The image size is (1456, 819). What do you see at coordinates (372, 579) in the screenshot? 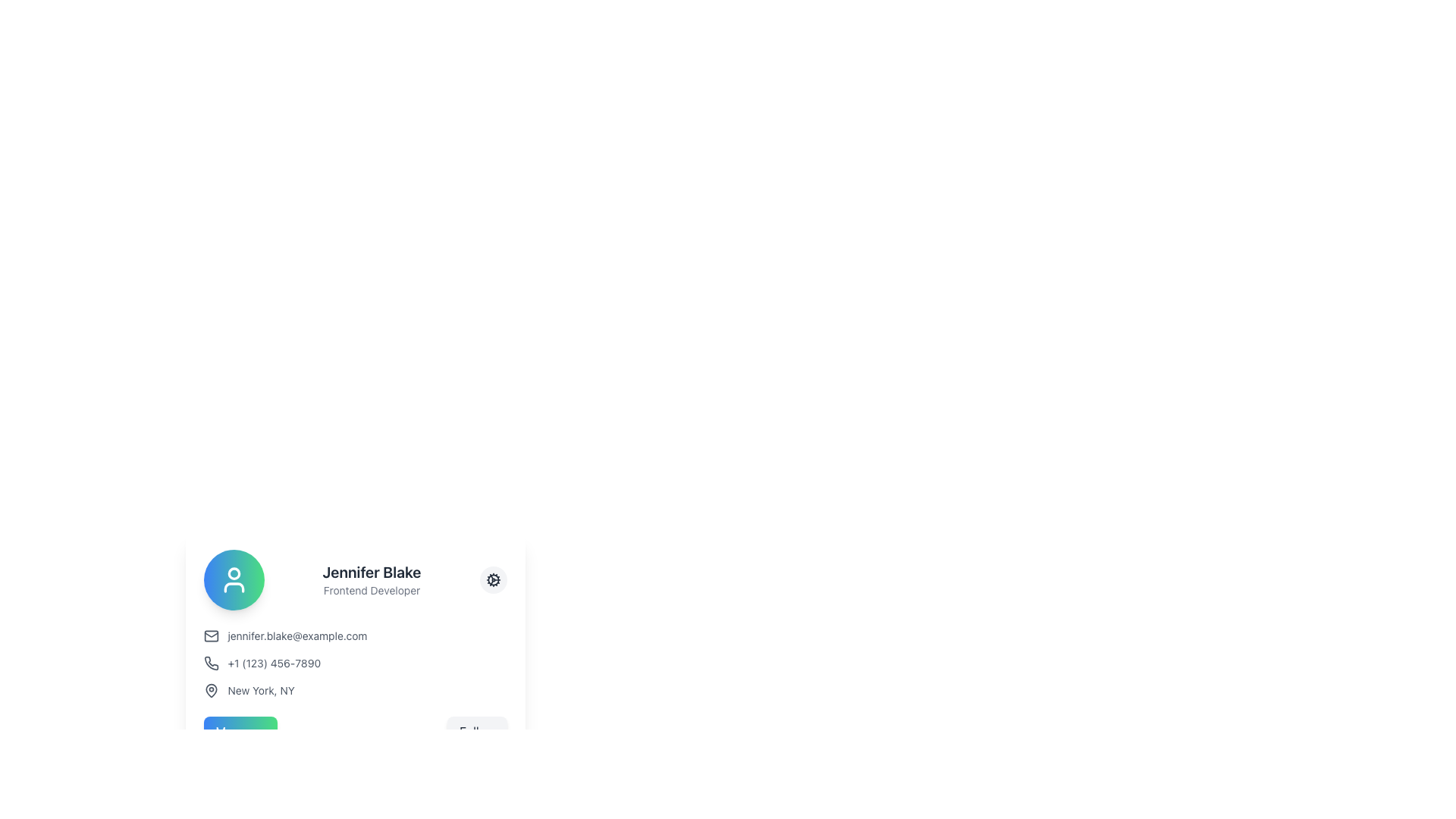
I see `the text block containing 'Jennifer Blake' and 'Frontend Developer' in the user profile card layout, located to the right of a circular icon` at bounding box center [372, 579].